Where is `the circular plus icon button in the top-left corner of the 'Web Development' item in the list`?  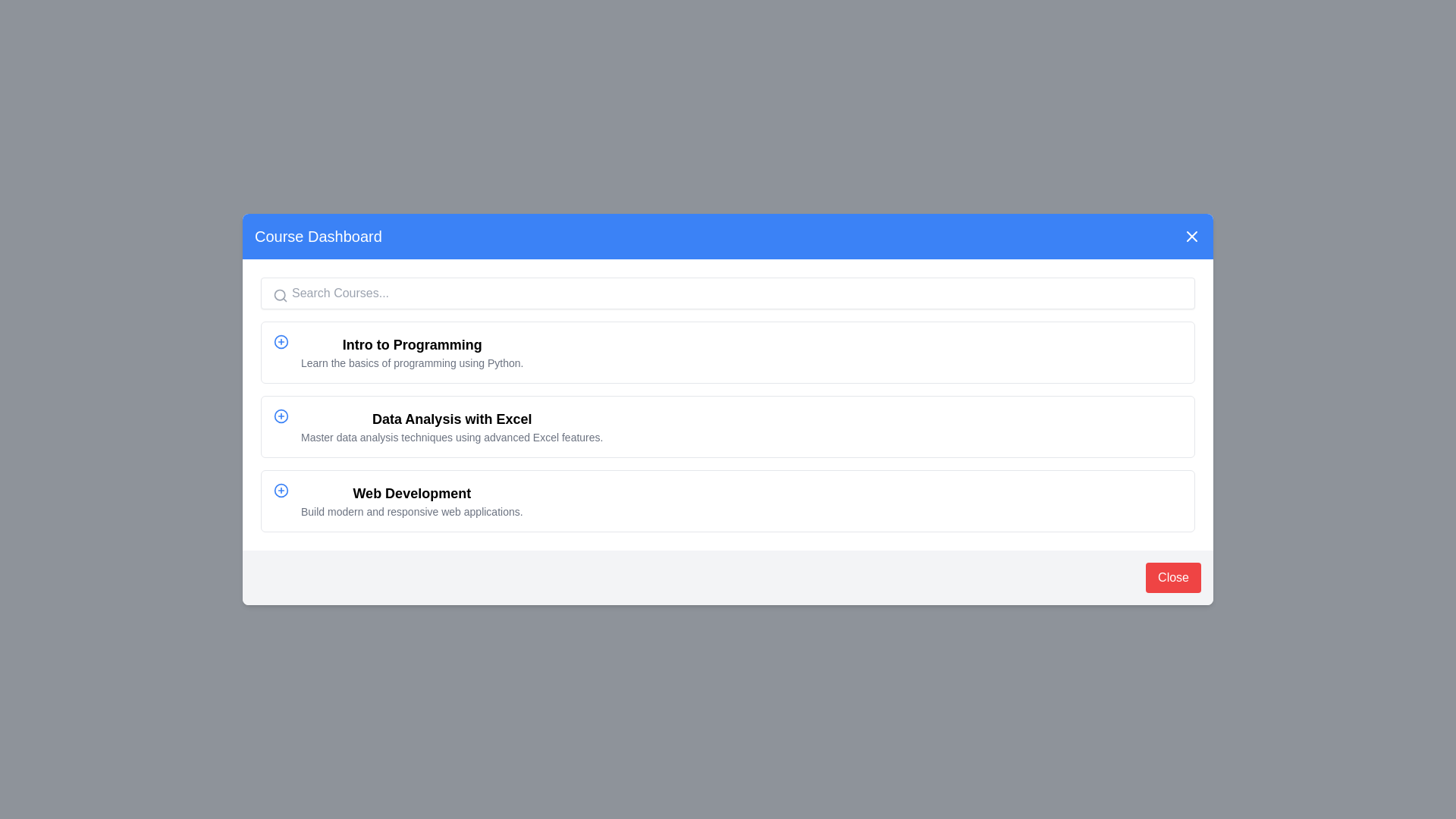
the circular plus icon button in the top-left corner of the 'Web Development' item in the list is located at coordinates (281, 491).